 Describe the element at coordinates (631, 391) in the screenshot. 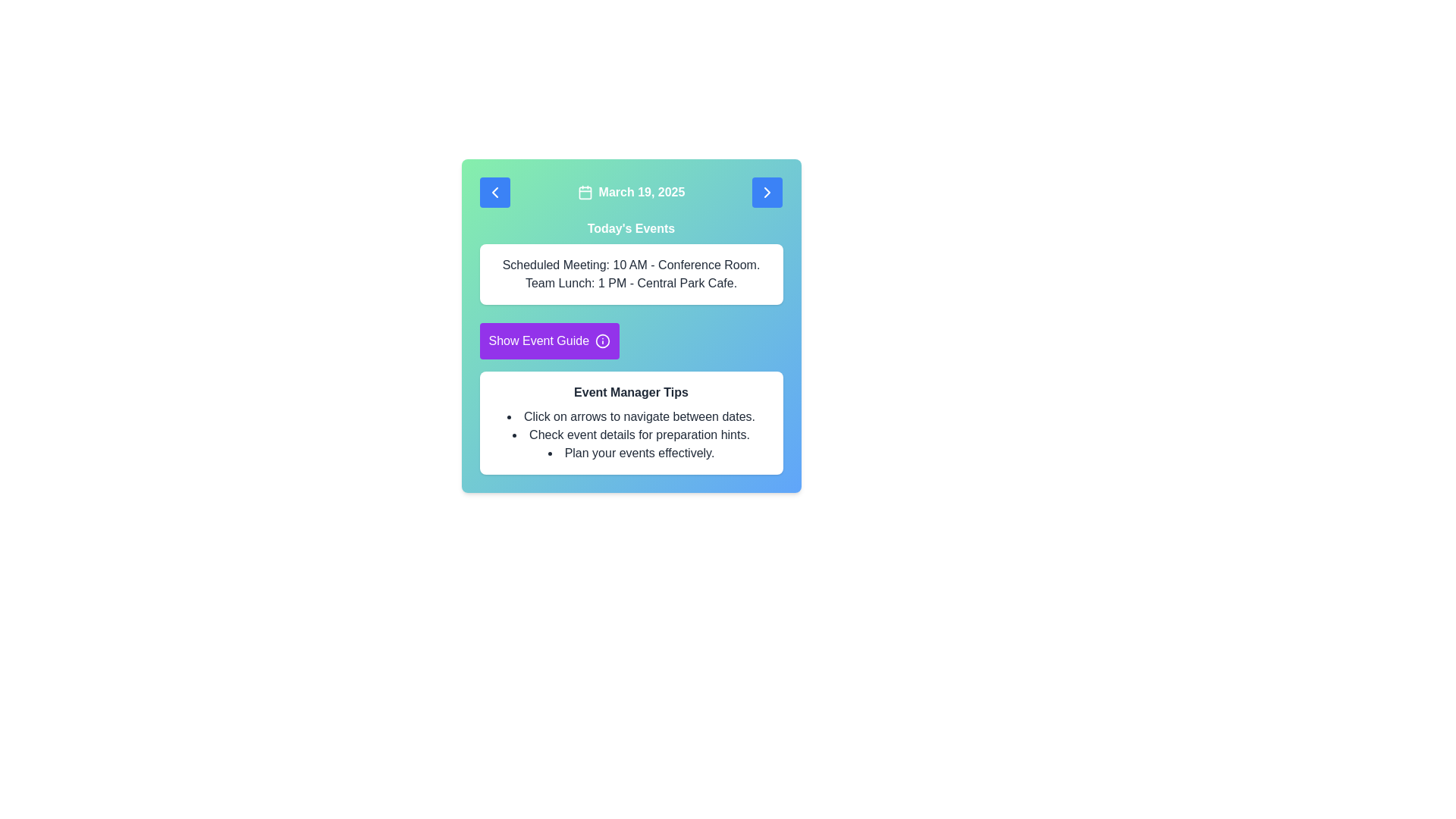

I see `the title text element that serves as a header for the informational content, positioned centrally within a white rounded box at the bottom of the teal card` at that location.